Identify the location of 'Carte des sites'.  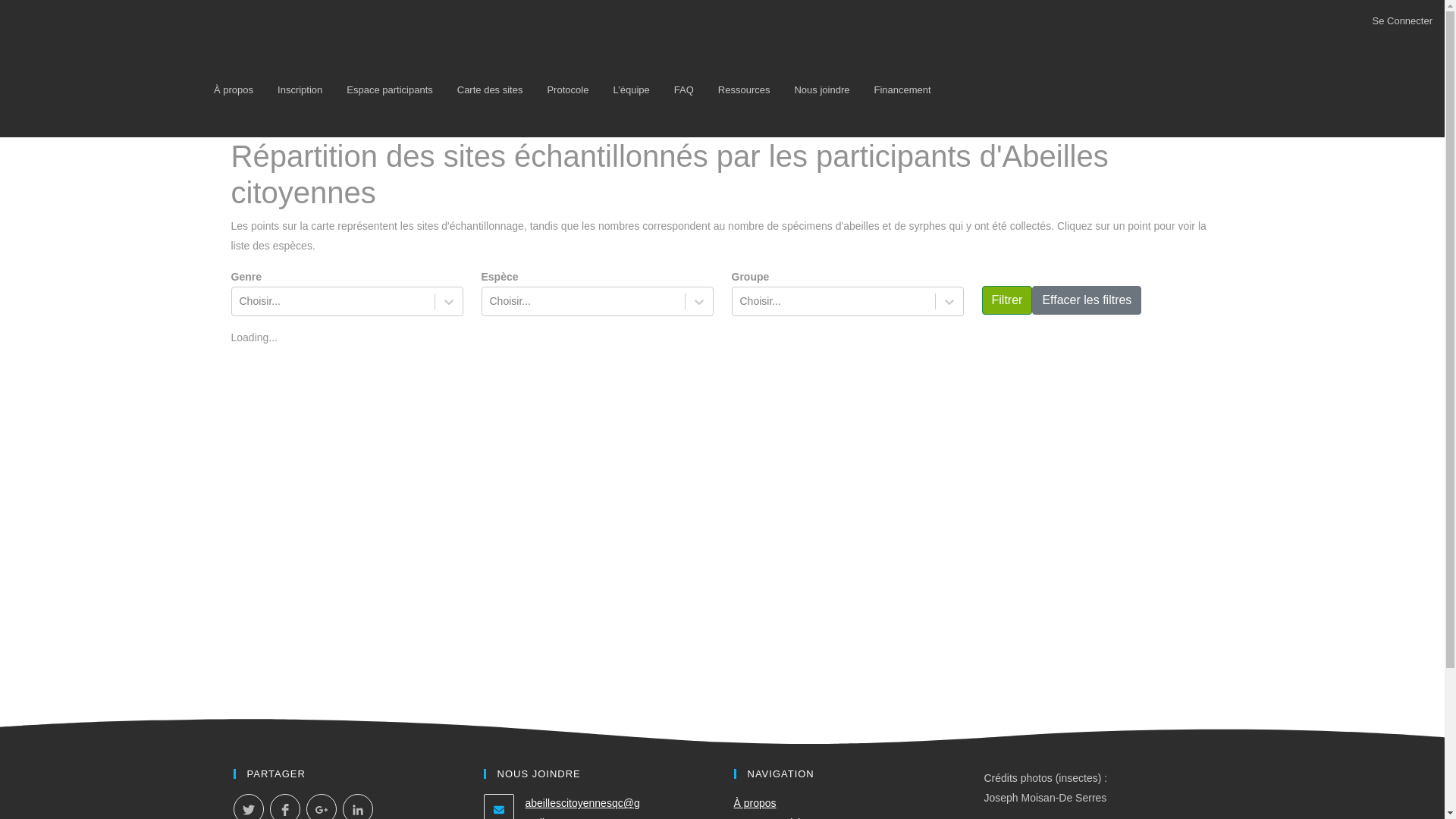
(490, 89).